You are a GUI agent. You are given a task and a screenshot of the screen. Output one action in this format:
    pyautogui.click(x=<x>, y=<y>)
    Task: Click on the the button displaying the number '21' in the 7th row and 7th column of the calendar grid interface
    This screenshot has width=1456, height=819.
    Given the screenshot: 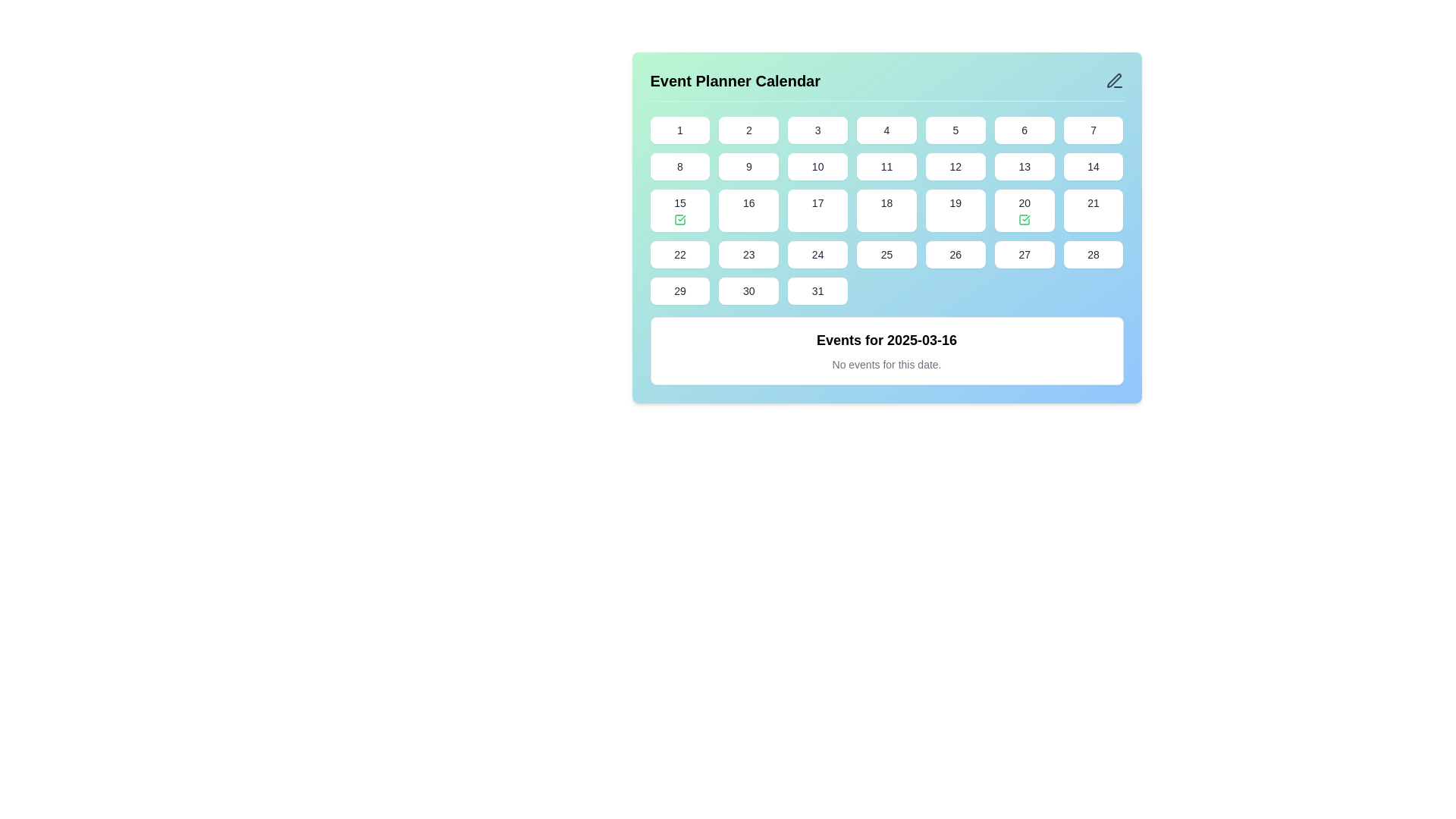 What is the action you would take?
    pyautogui.click(x=1094, y=210)
    